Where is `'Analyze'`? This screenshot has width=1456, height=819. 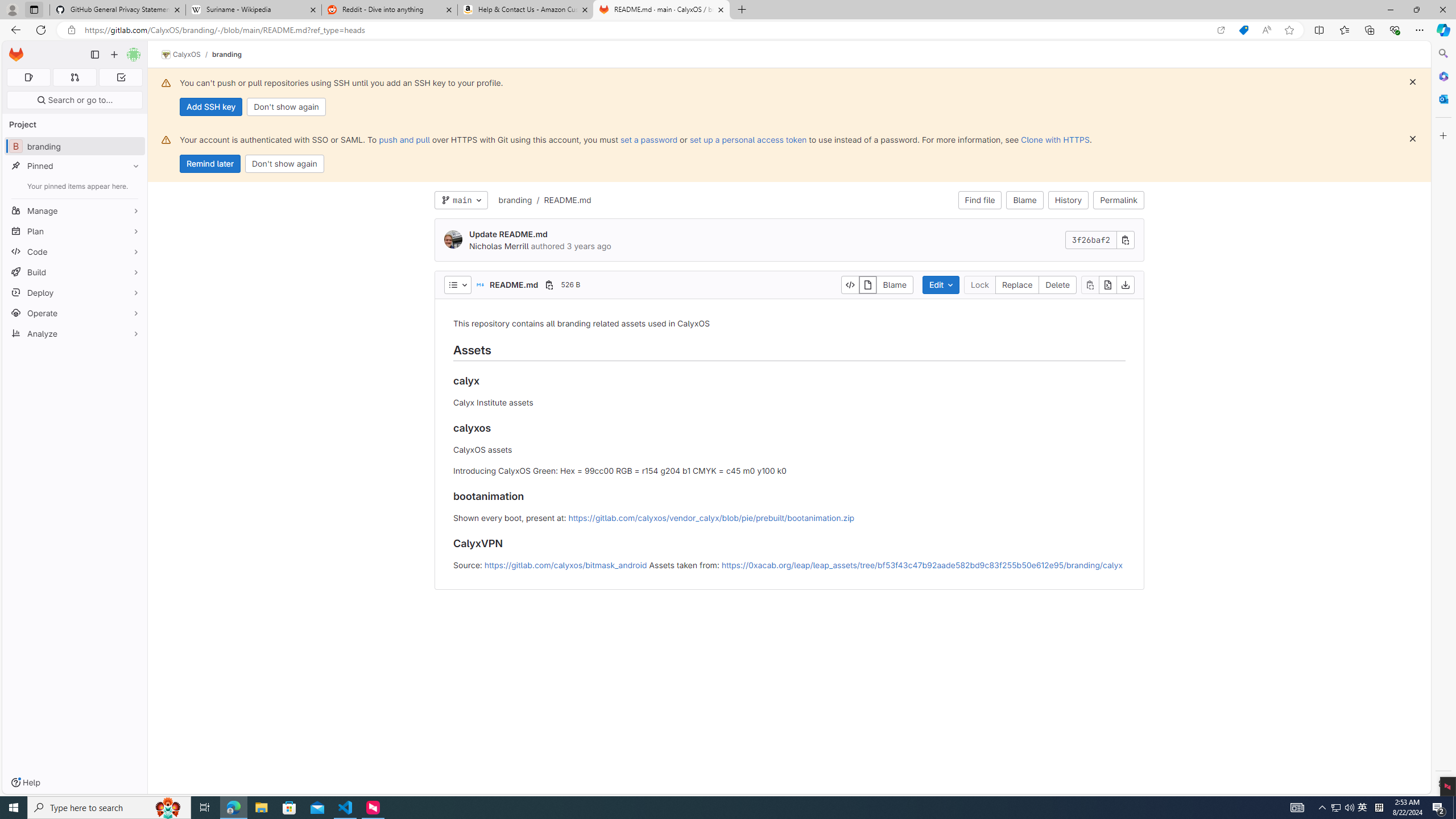
'Analyze' is located at coordinates (74, 333).